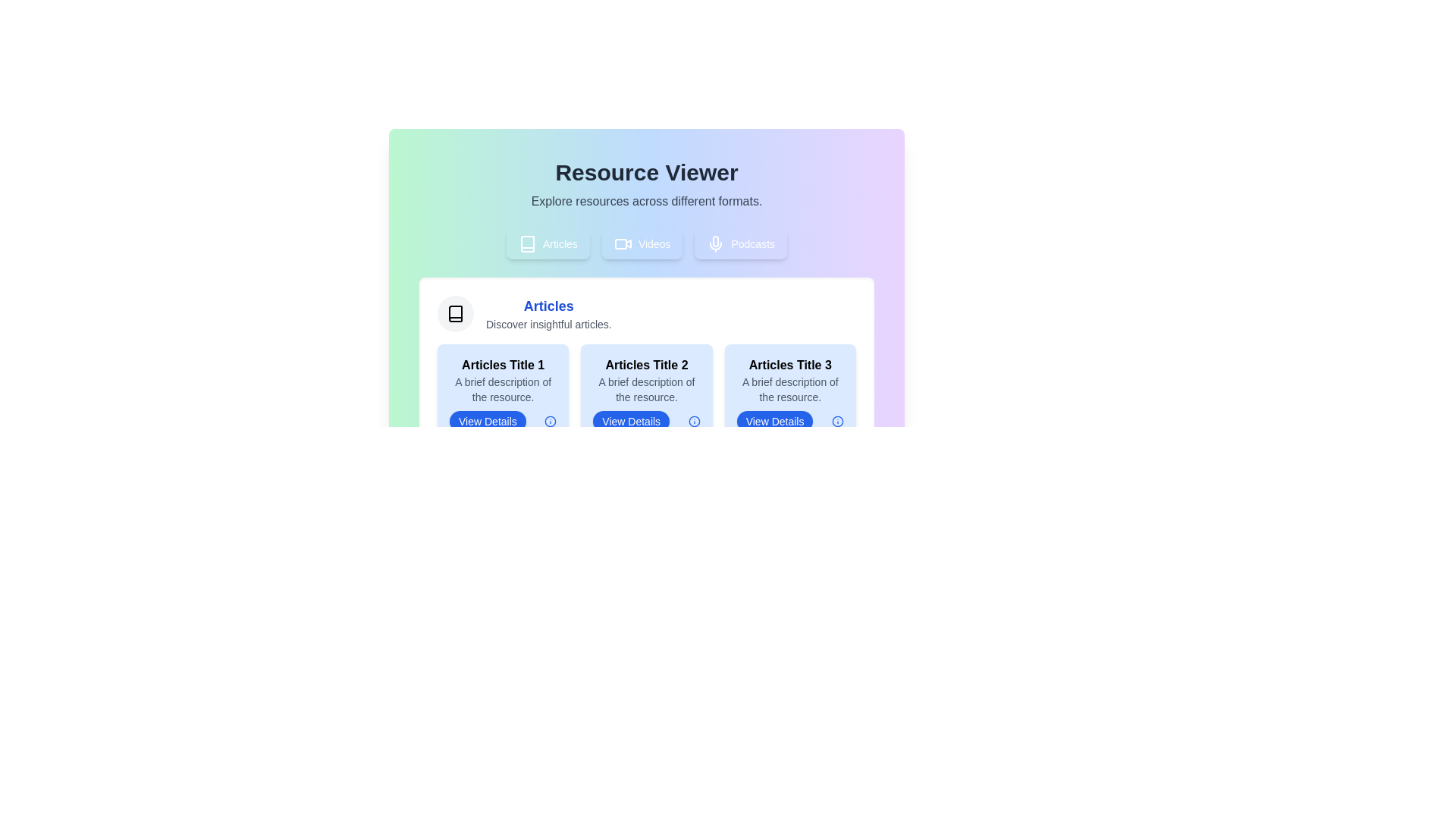 The width and height of the screenshot is (1456, 819). What do you see at coordinates (715, 243) in the screenshot?
I see `the 'Podcasts' tab icon, which is represented by a microphone icon located to the left of the textual label 'Podcasts' in the fourth position among a horizontal list of tabs` at bounding box center [715, 243].